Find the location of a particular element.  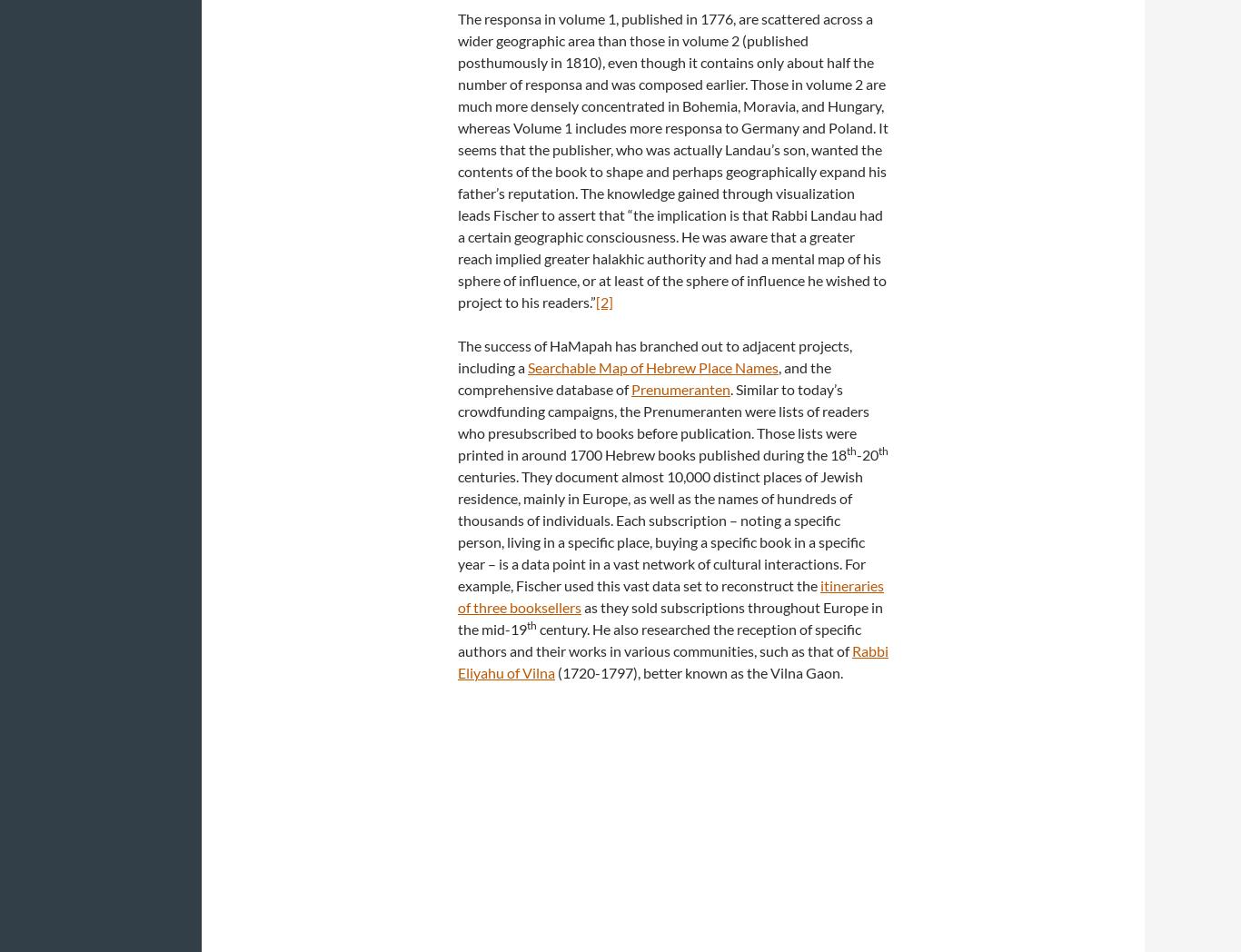

', and the comprehensive database of' is located at coordinates (644, 378).